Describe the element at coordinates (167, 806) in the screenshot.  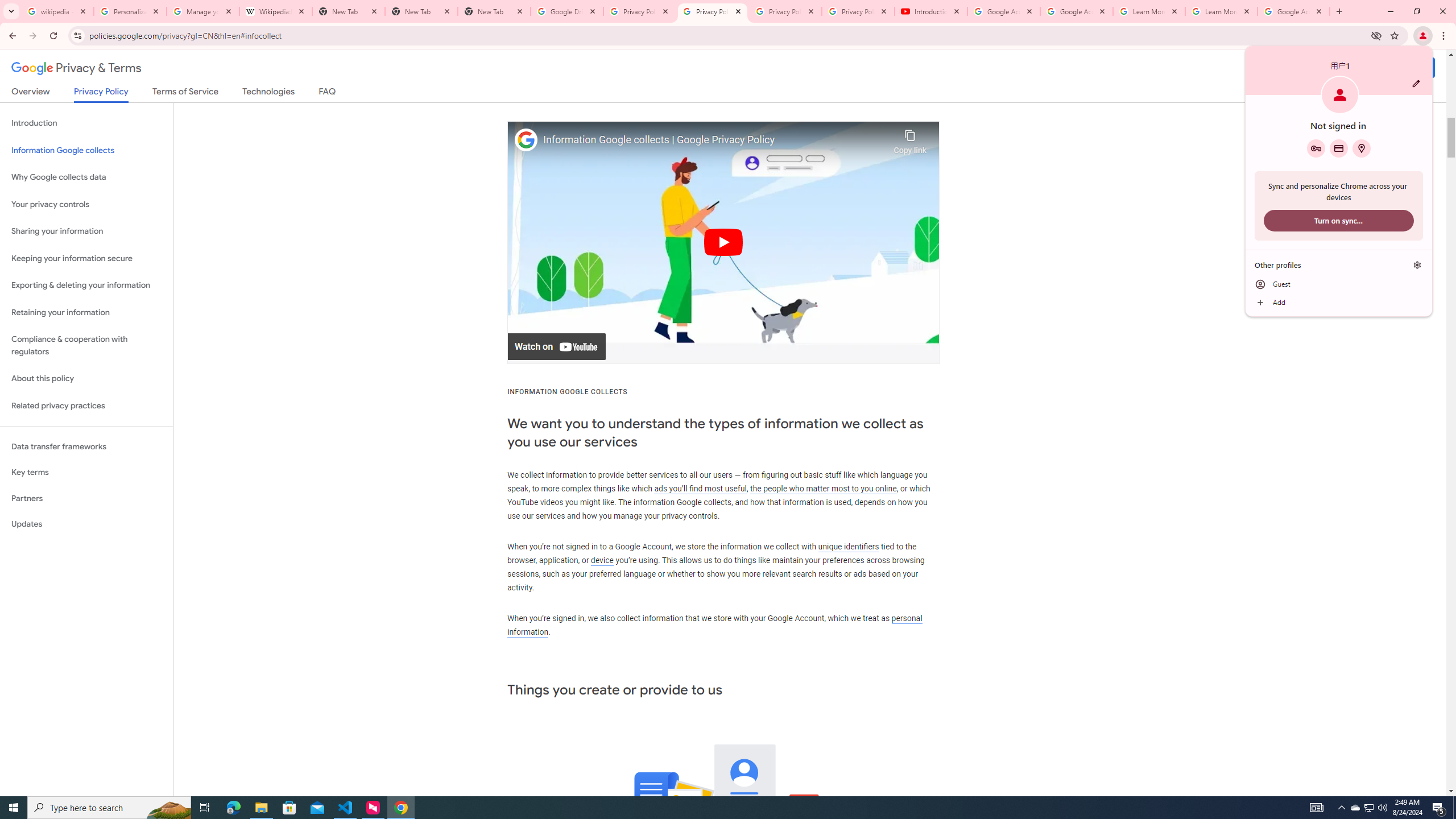
I see `'Search highlights icon opens search home window'` at that location.